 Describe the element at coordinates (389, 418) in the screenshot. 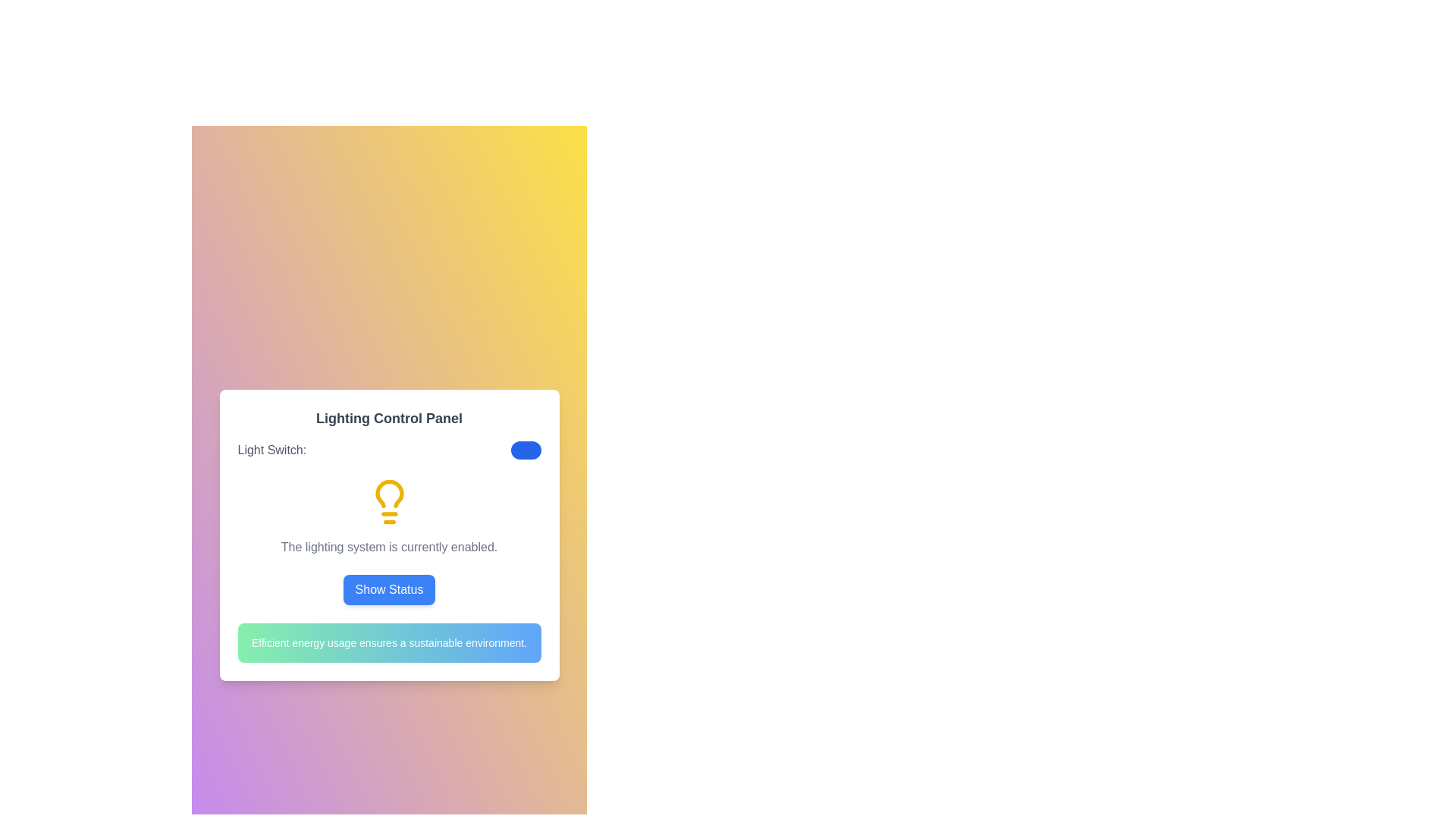

I see `title from the Text Display element that serves as a heading for the lighting control panel, positioned at the top of the card interface` at that location.